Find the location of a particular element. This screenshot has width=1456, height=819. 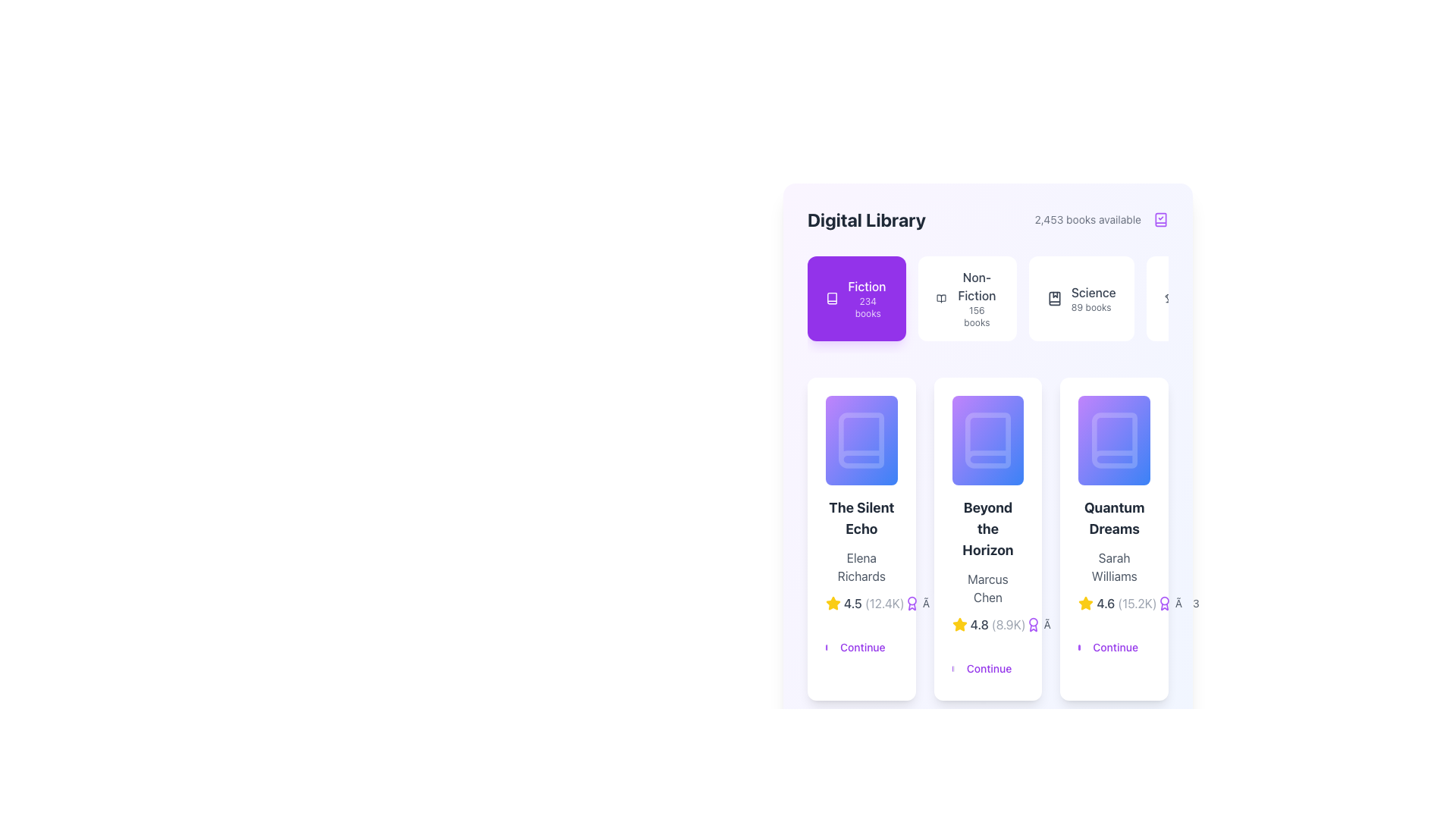

the Rating display component located at the bottom-center of the 'Quantum Dreams' card in the library grid interface is located at coordinates (1117, 603).